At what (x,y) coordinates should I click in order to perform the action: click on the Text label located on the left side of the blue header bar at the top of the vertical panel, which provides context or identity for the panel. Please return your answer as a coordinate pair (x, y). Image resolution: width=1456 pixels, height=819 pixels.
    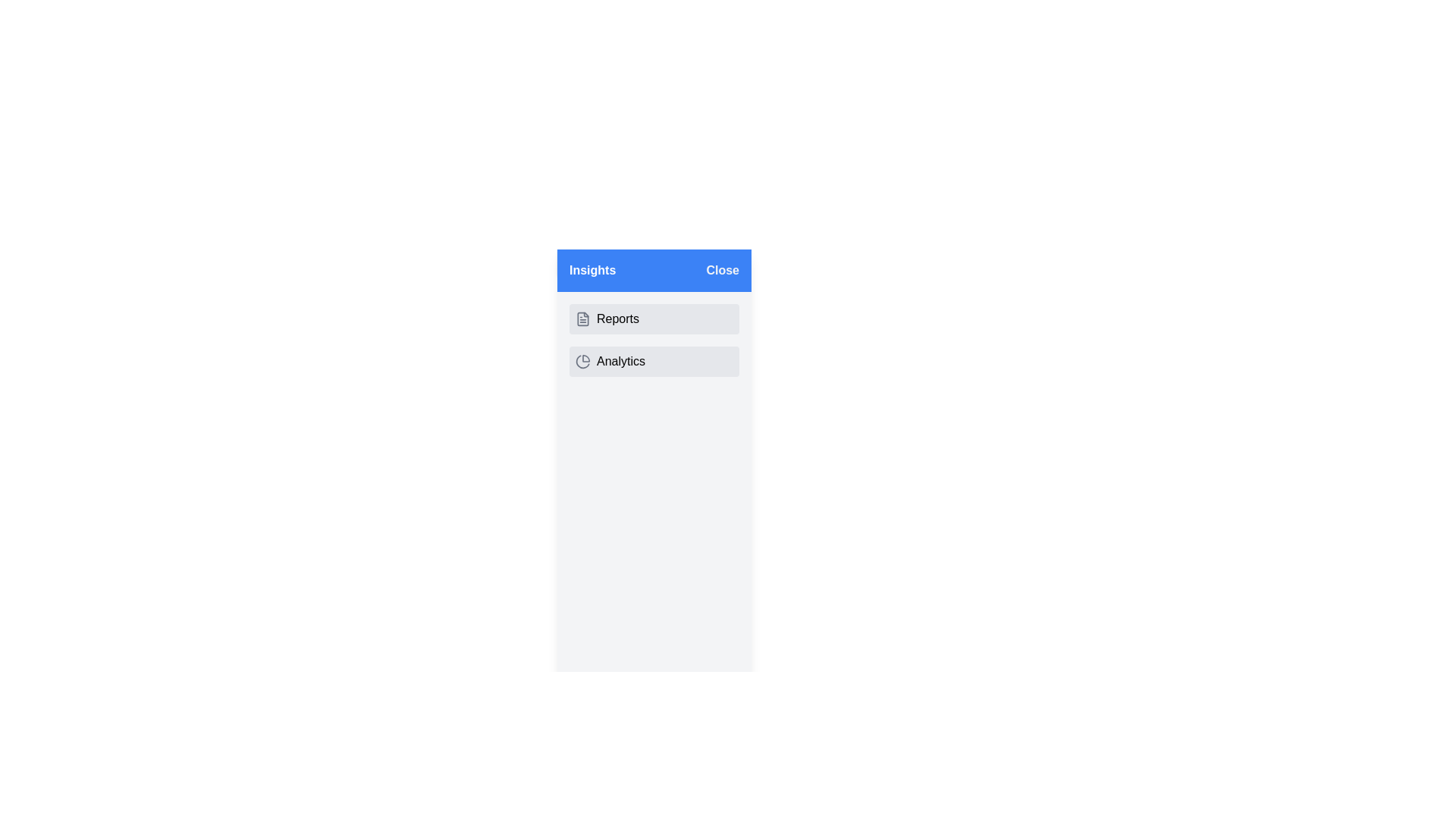
    Looking at the image, I should click on (591, 270).